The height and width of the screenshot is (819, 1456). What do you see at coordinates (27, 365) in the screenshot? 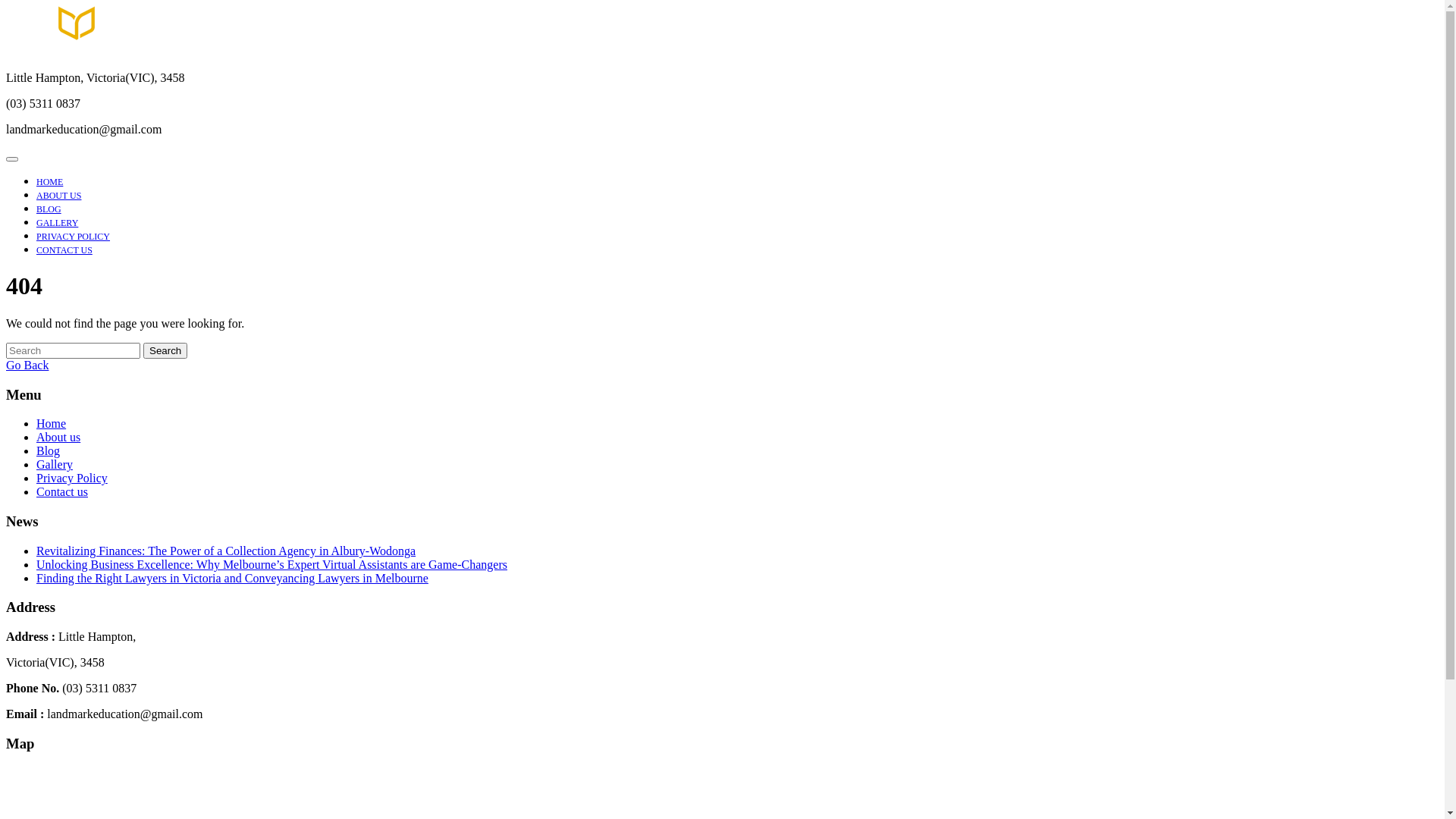
I see `'Go Back` at bounding box center [27, 365].